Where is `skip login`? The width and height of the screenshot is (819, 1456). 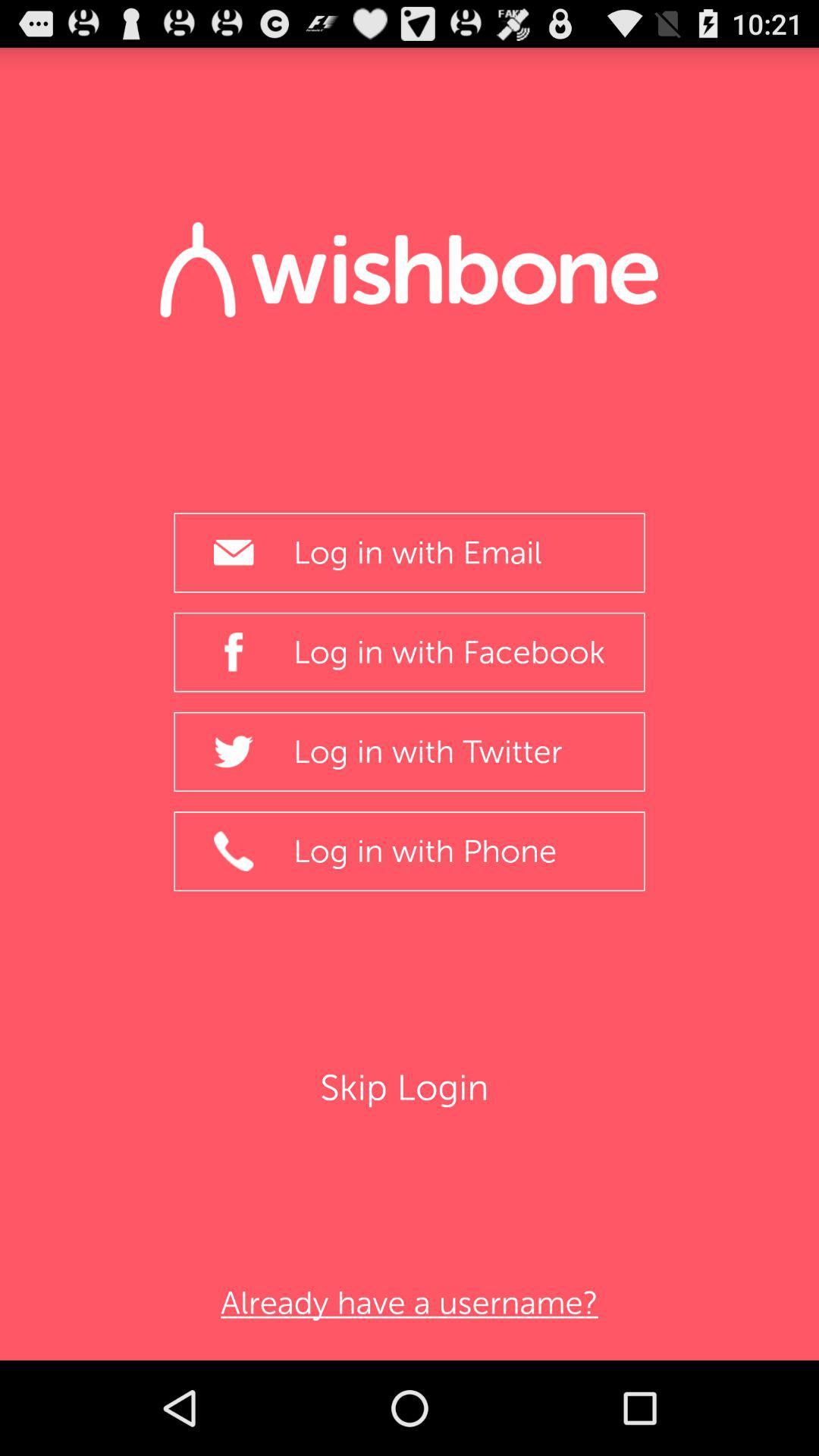
skip login is located at coordinates (408, 1087).